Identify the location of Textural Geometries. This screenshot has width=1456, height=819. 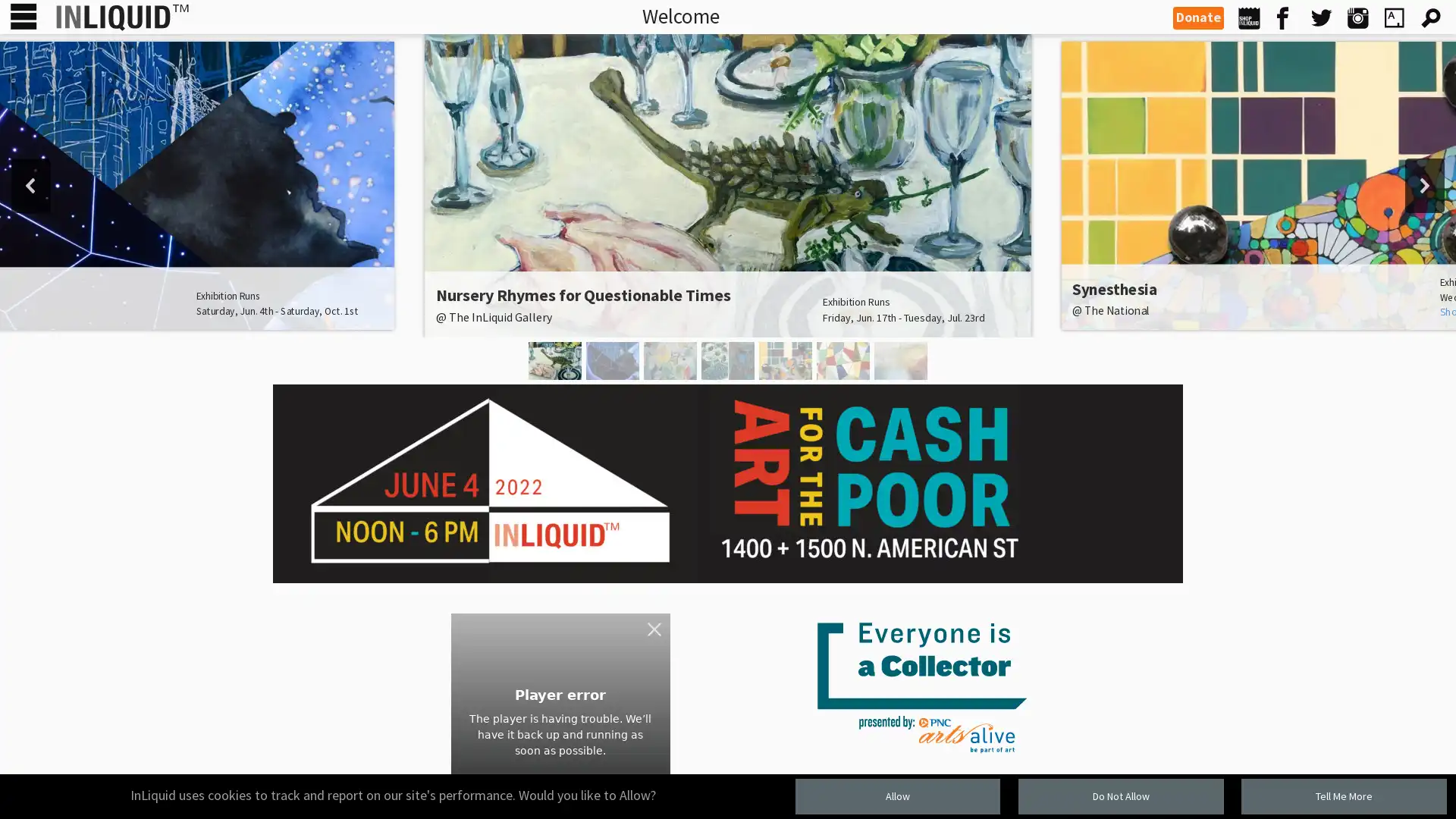
(728, 360).